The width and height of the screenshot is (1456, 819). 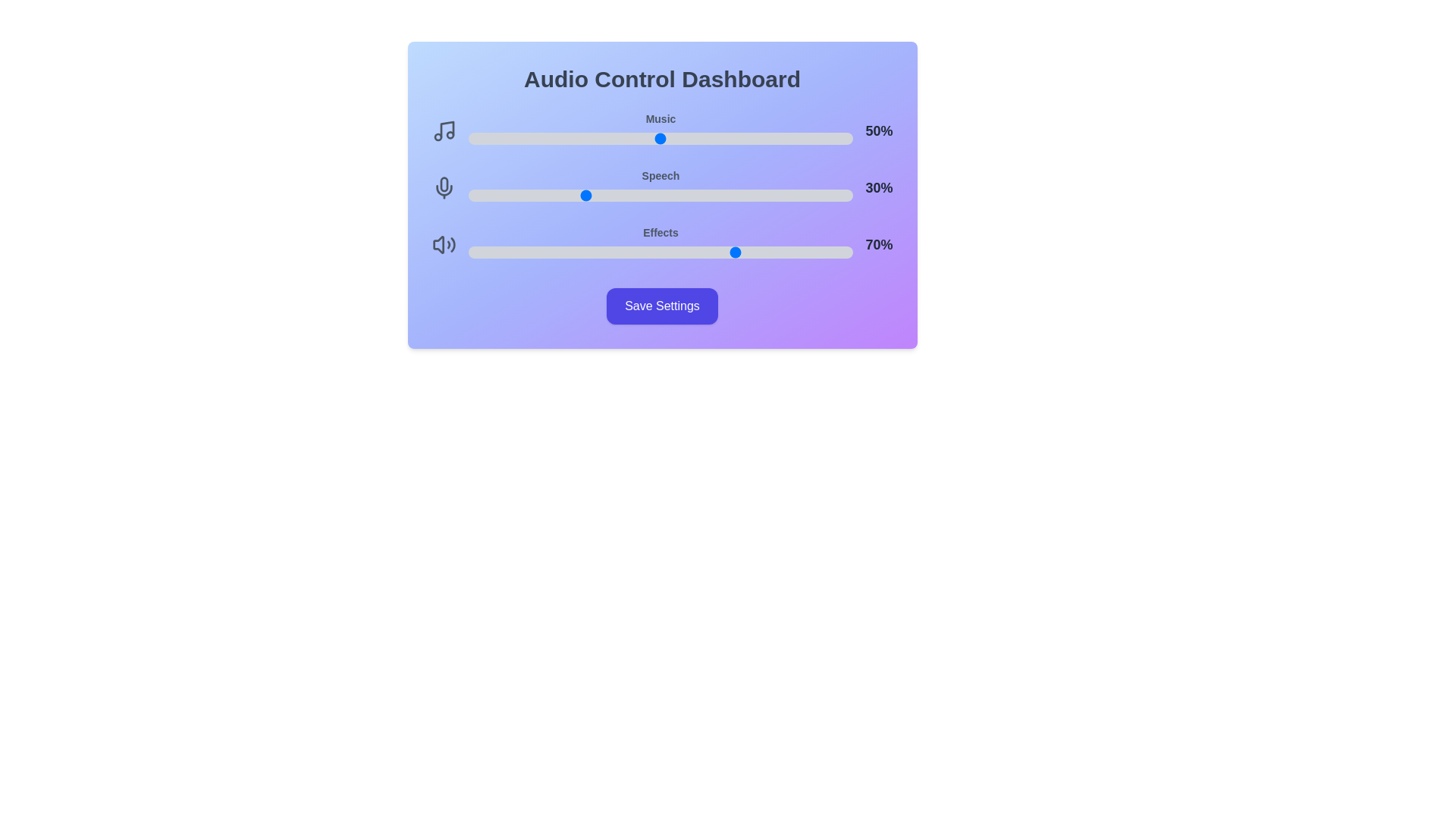 I want to click on the music volume slider to 6%, so click(x=491, y=138).